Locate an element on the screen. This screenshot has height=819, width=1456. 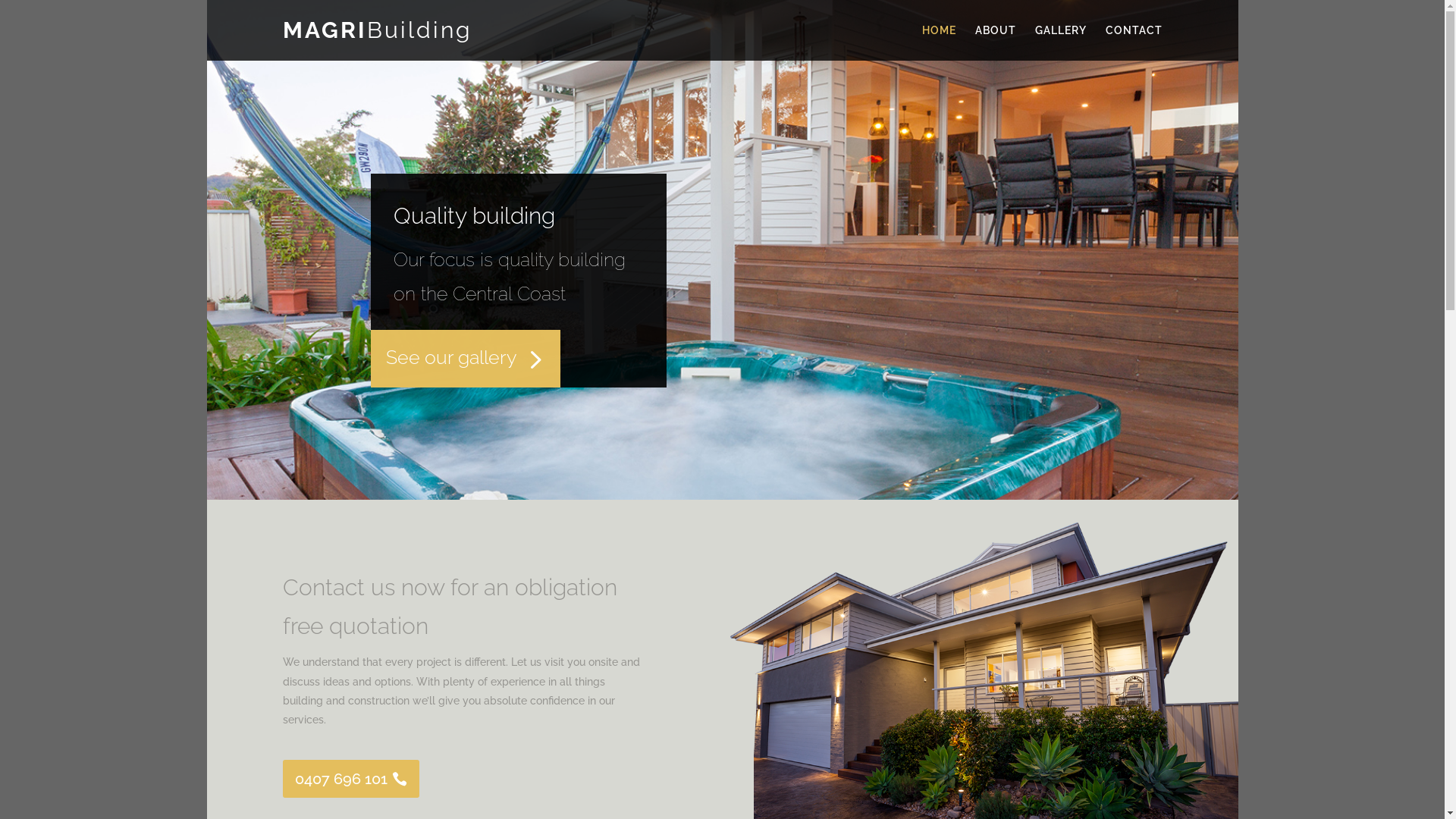
'MAGRIBuilding' is located at coordinates (377, 34).